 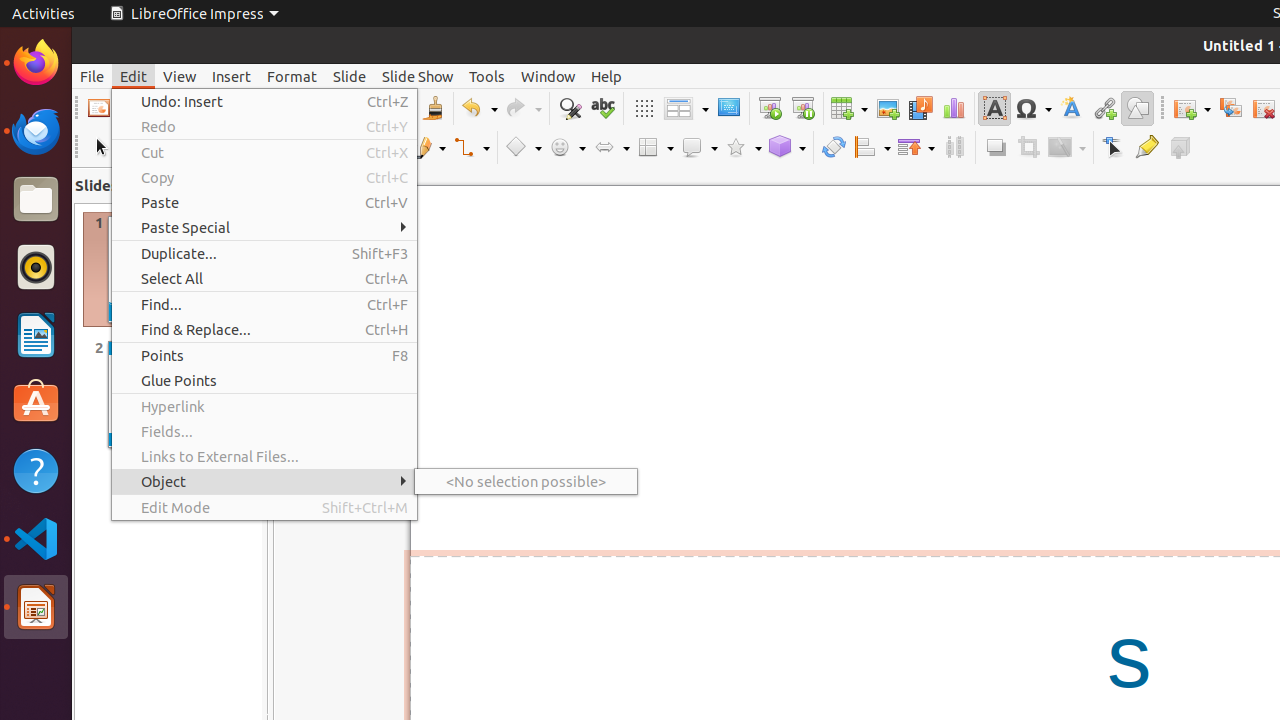 I want to click on 'Files', so click(x=35, y=199).